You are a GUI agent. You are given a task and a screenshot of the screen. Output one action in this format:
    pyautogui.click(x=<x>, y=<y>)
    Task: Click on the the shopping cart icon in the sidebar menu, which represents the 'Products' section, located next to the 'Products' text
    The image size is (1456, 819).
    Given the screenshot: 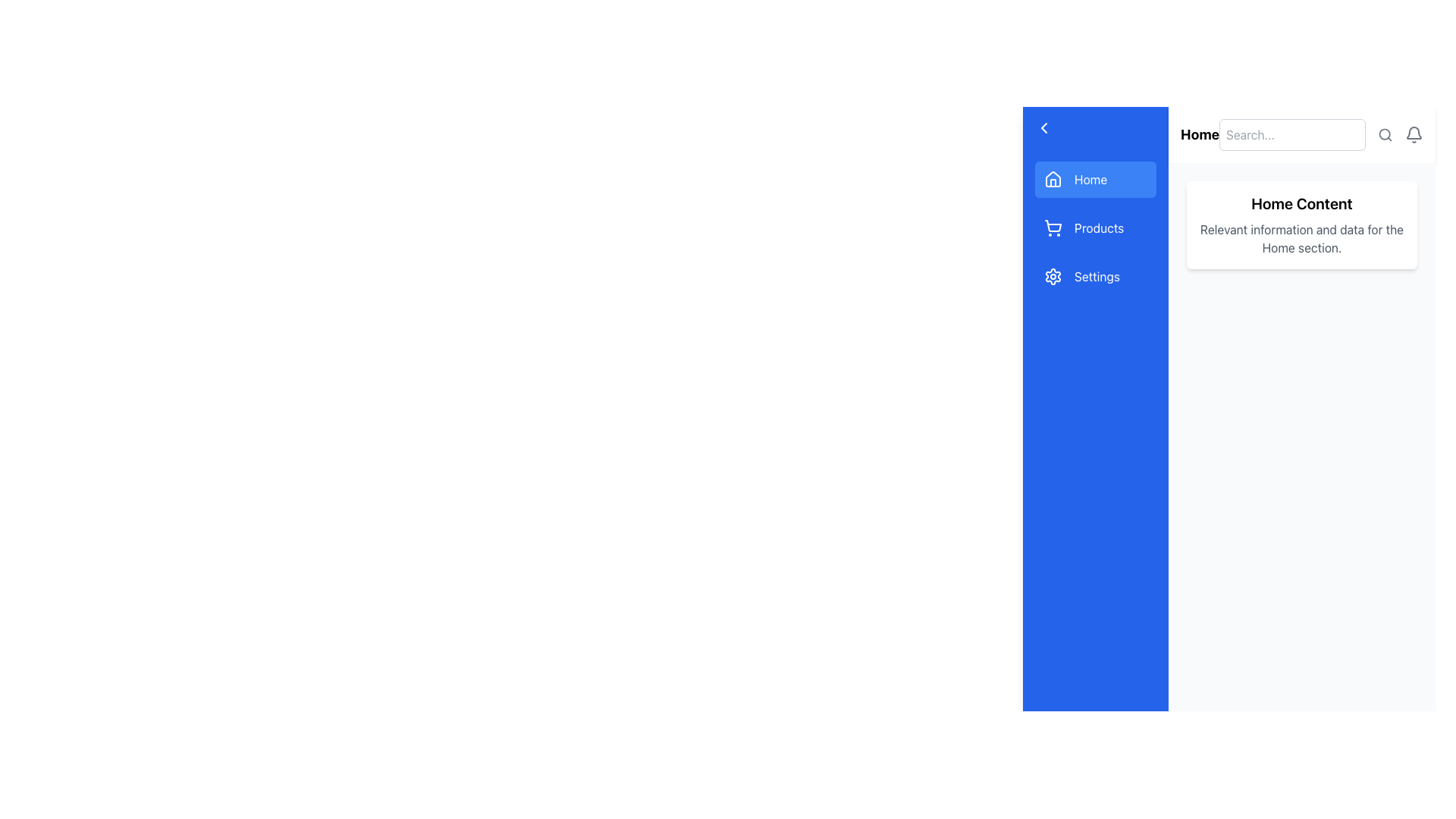 What is the action you would take?
    pyautogui.click(x=1052, y=225)
    